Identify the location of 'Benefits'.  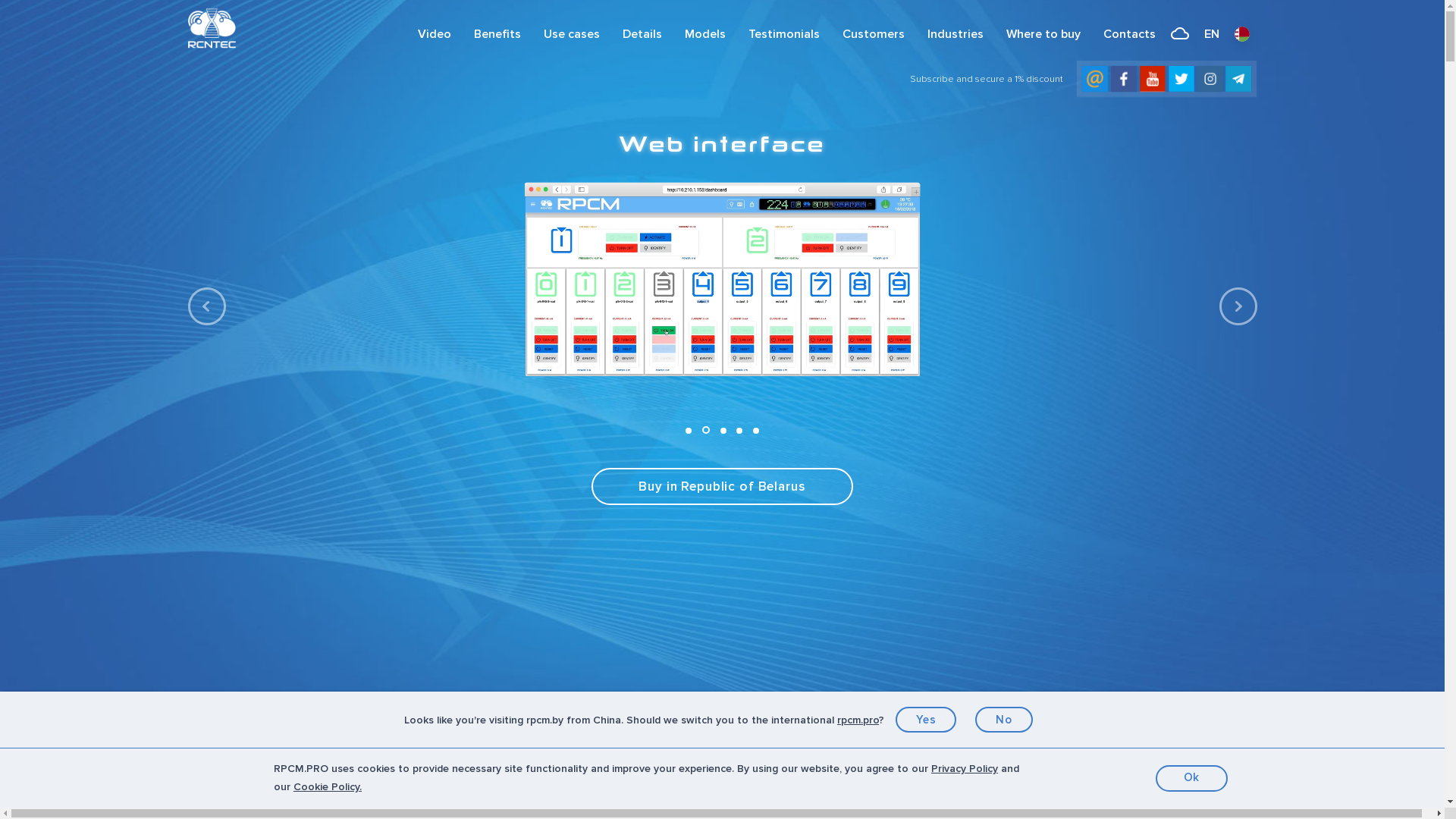
(461, 34).